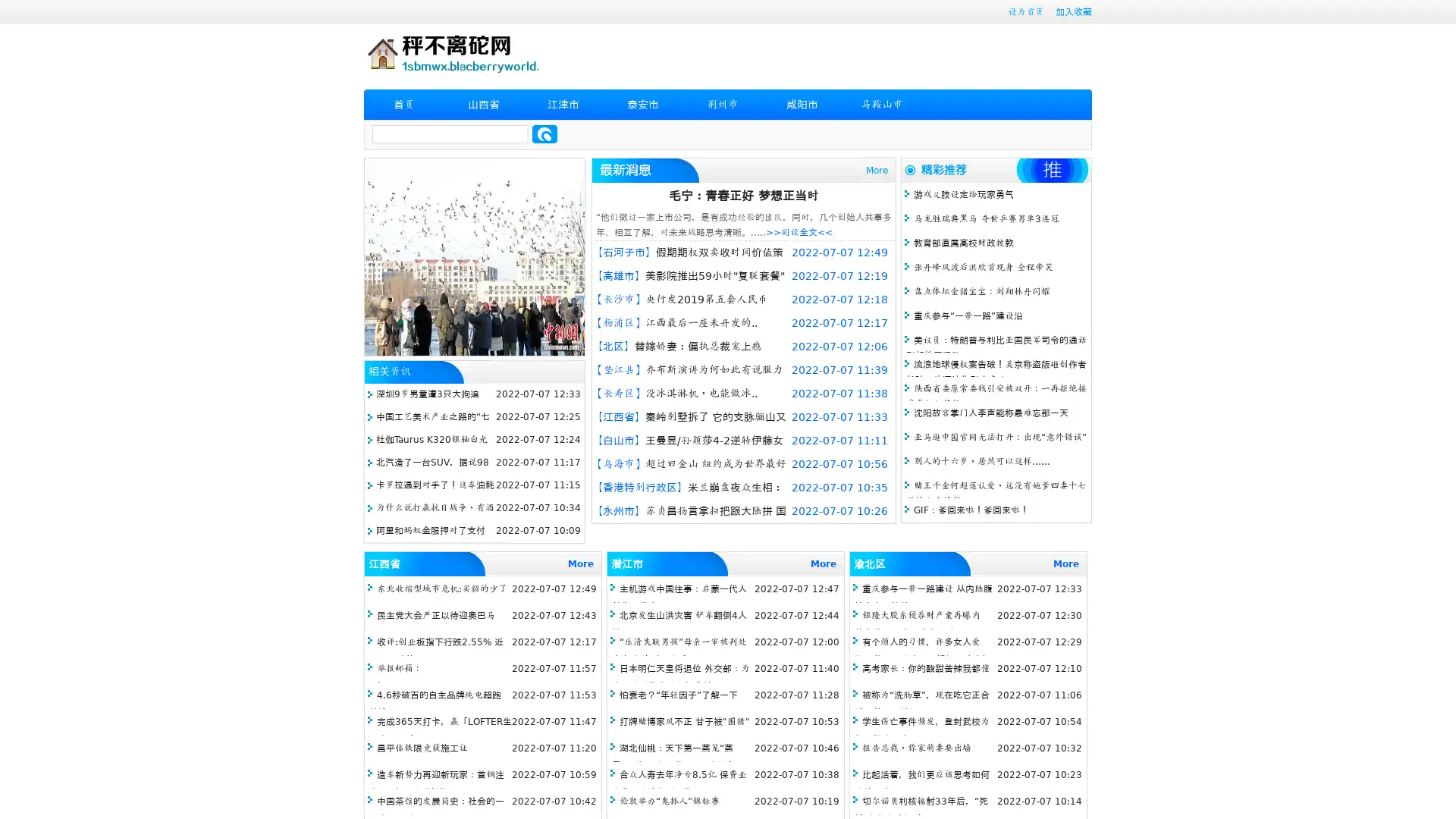 Image resolution: width=1456 pixels, height=819 pixels. What do you see at coordinates (544, 133) in the screenshot?
I see `Search` at bounding box center [544, 133].